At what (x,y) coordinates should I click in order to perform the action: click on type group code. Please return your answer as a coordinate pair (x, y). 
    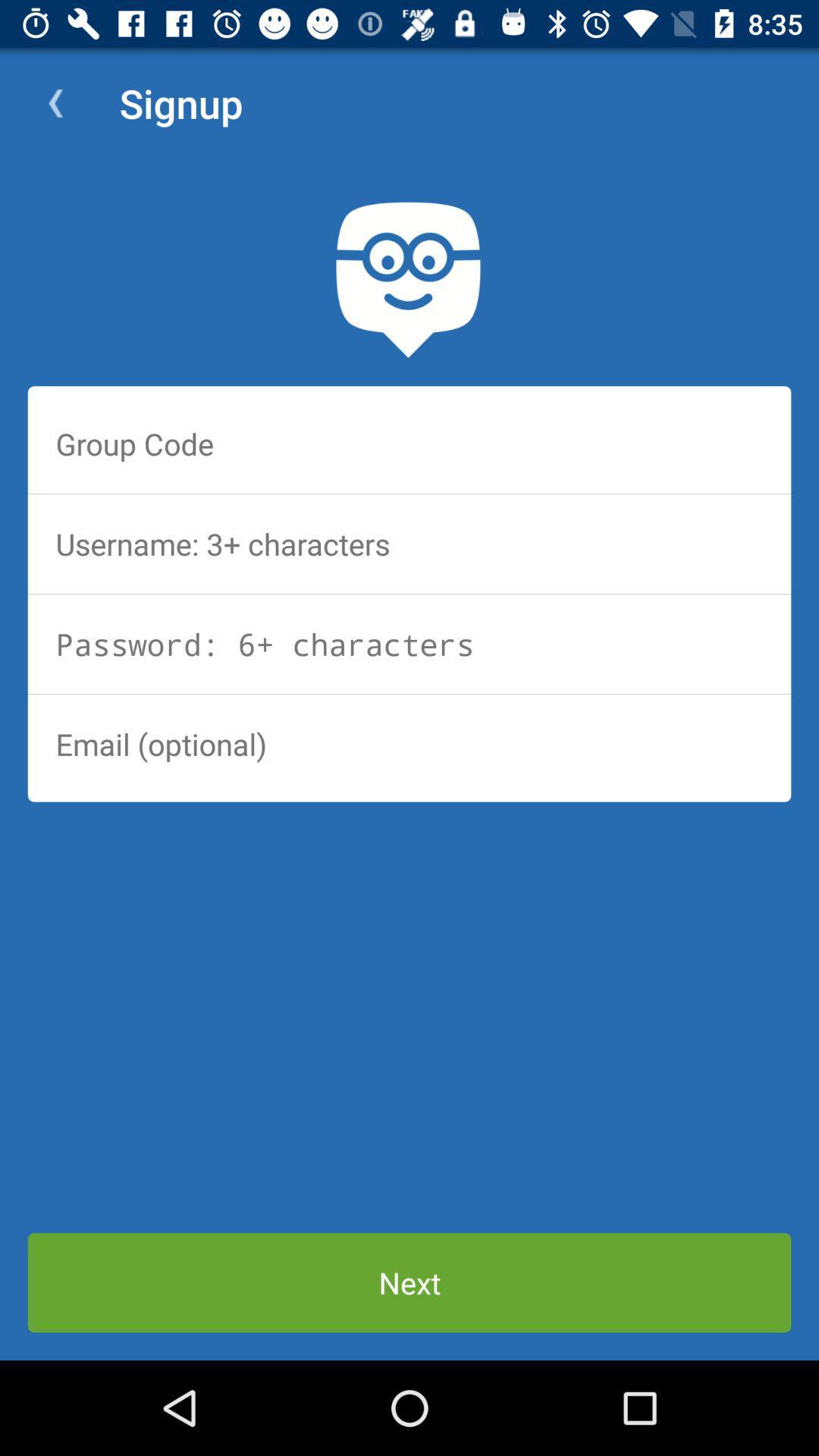
    Looking at the image, I should click on (409, 443).